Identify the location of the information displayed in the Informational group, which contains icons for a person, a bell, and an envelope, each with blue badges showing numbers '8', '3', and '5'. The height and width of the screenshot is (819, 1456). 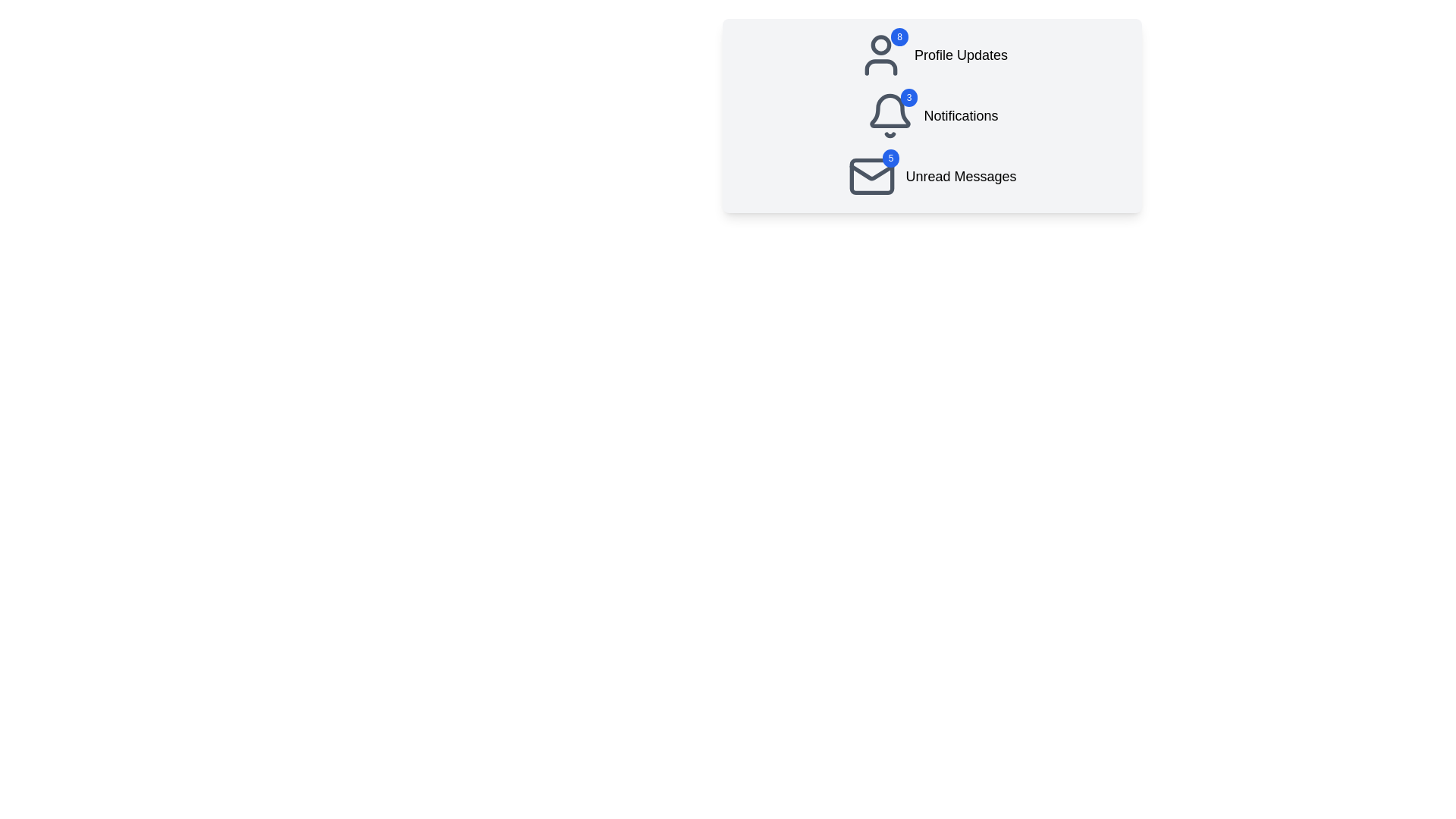
(931, 115).